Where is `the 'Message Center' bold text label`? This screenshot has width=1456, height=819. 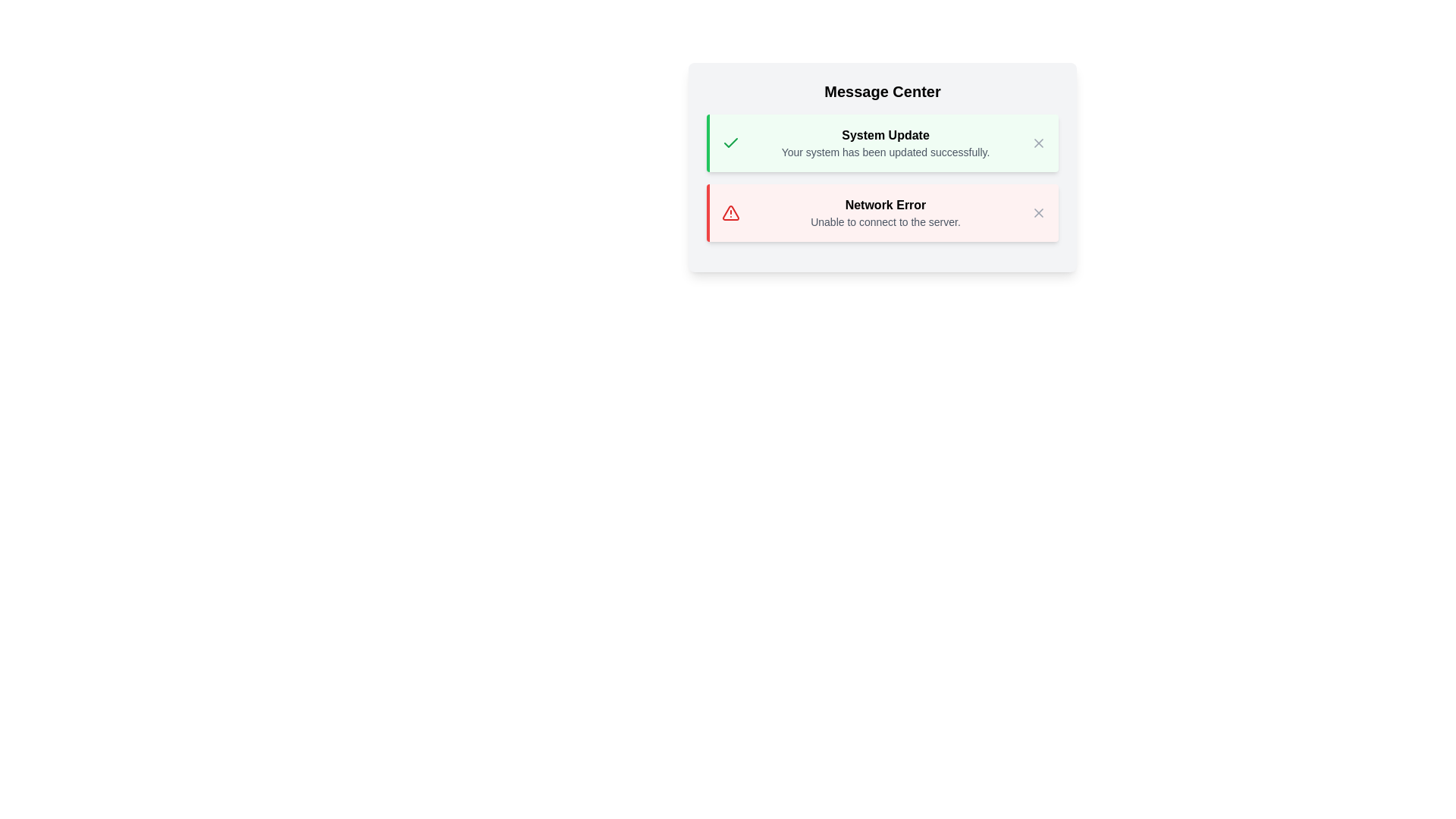
the 'Message Center' bold text label is located at coordinates (882, 91).